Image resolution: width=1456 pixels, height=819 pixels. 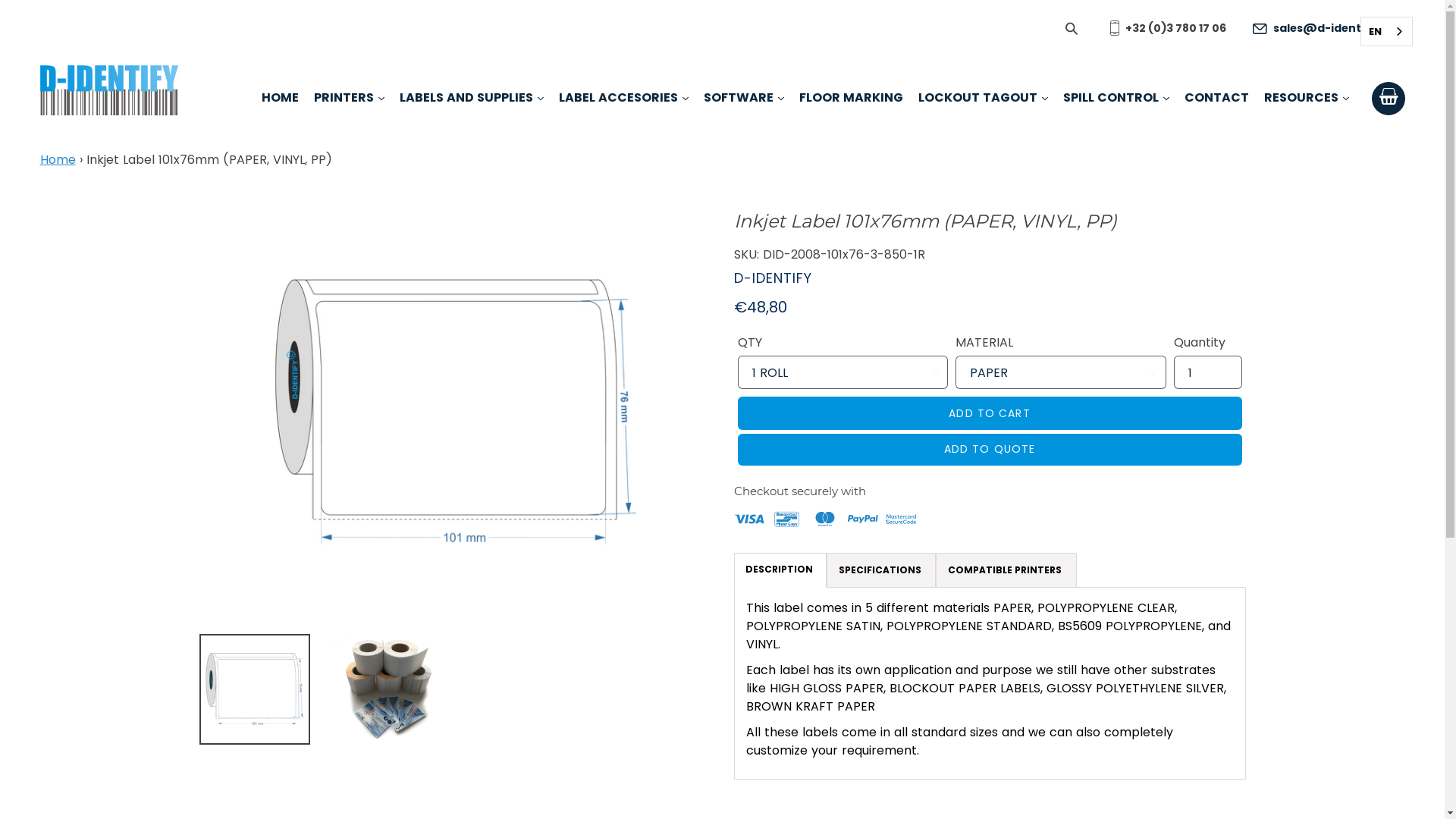 I want to click on 'EN', so click(x=1385, y=31).